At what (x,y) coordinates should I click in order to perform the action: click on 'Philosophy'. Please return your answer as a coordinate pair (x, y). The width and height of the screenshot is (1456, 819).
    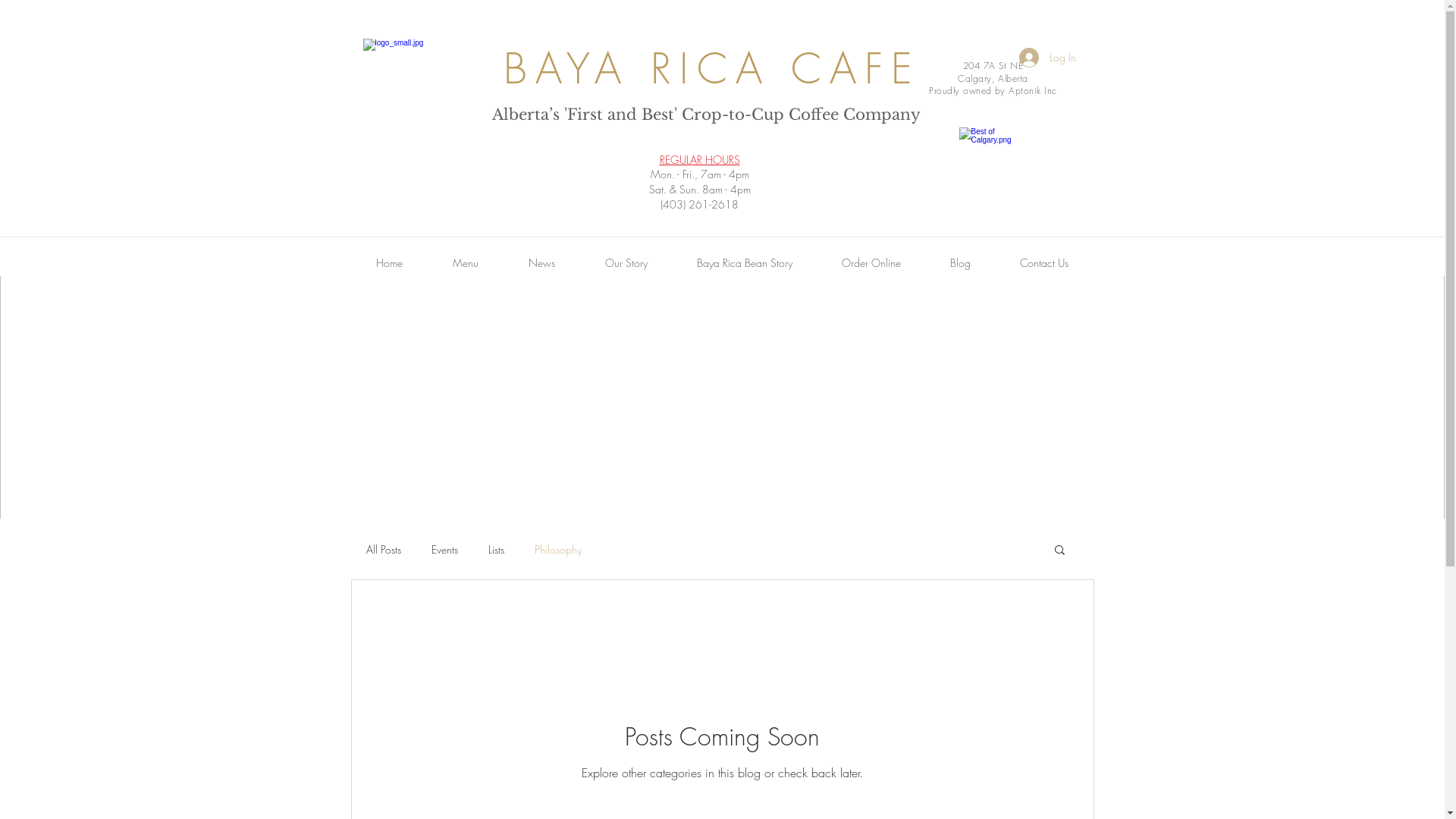
    Looking at the image, I should click on (534, 549).